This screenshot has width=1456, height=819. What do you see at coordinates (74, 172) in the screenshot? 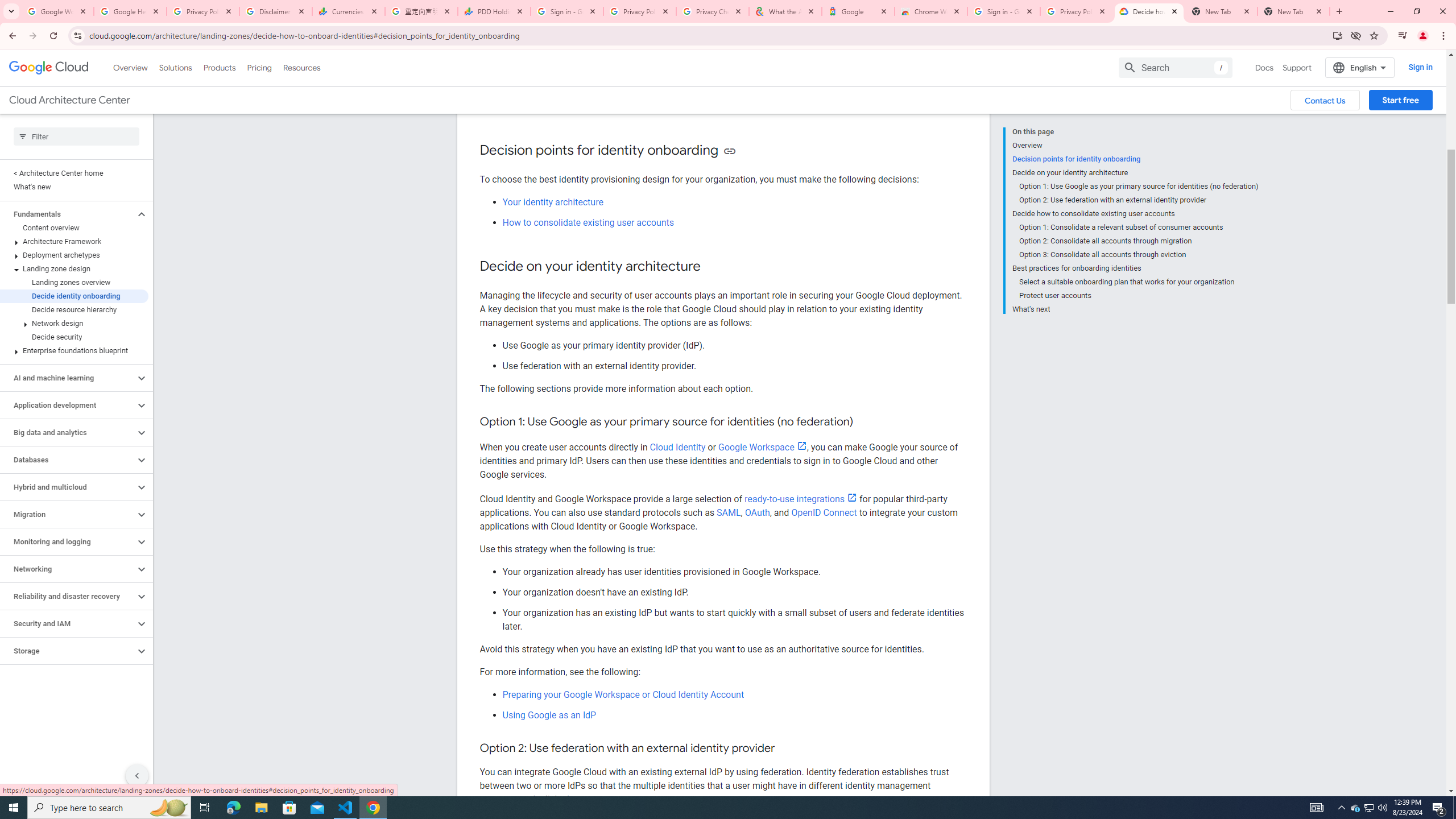
I see `'< Architecture Center home'` at bounding box center [74, 172].